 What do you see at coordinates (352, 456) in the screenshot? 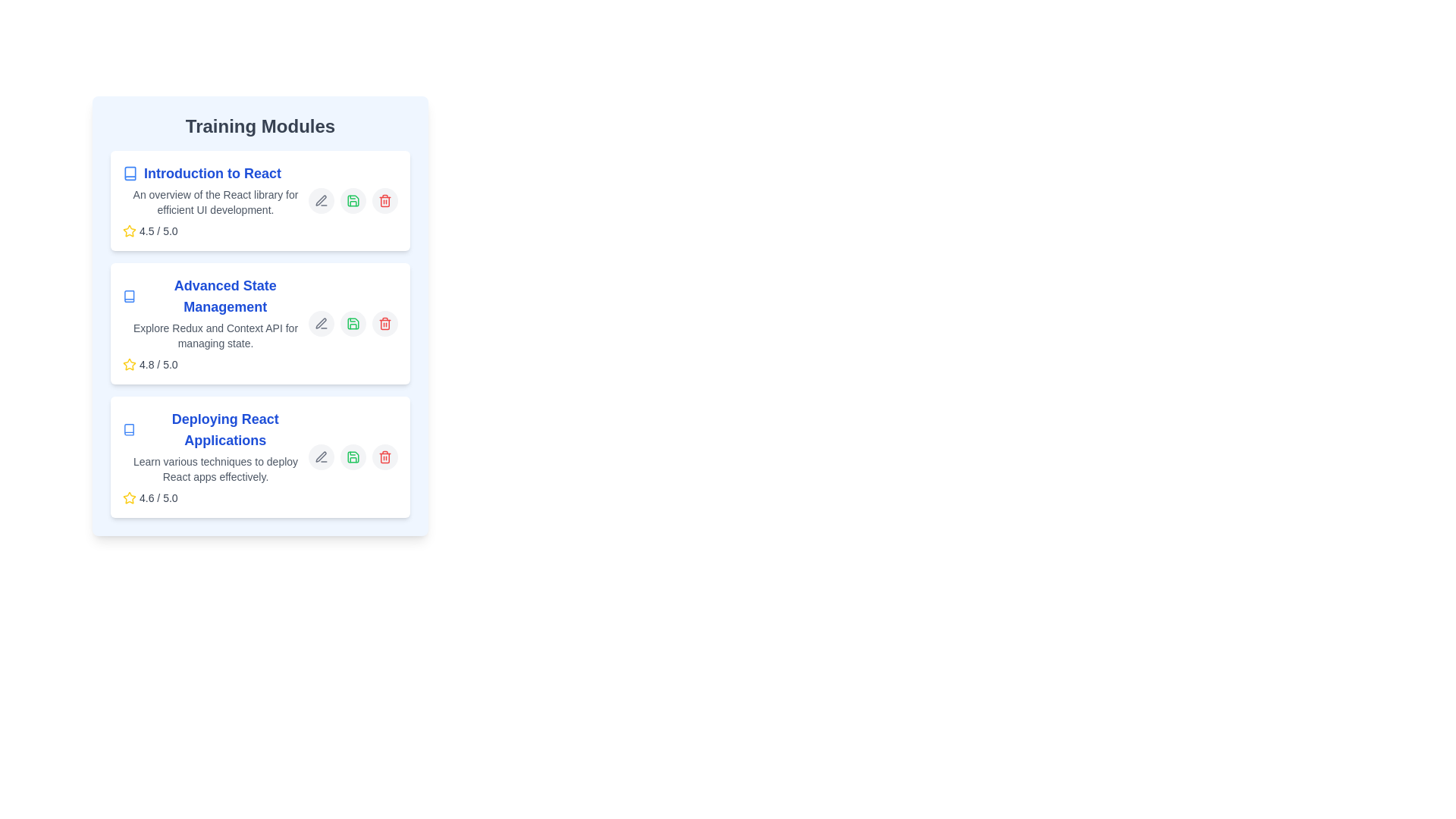
I see `the save button located in the third row of the list layout, positioned to the right of the row's primary text, as the second icon from the left among three icon buttons` at bounding box center [352, 456].